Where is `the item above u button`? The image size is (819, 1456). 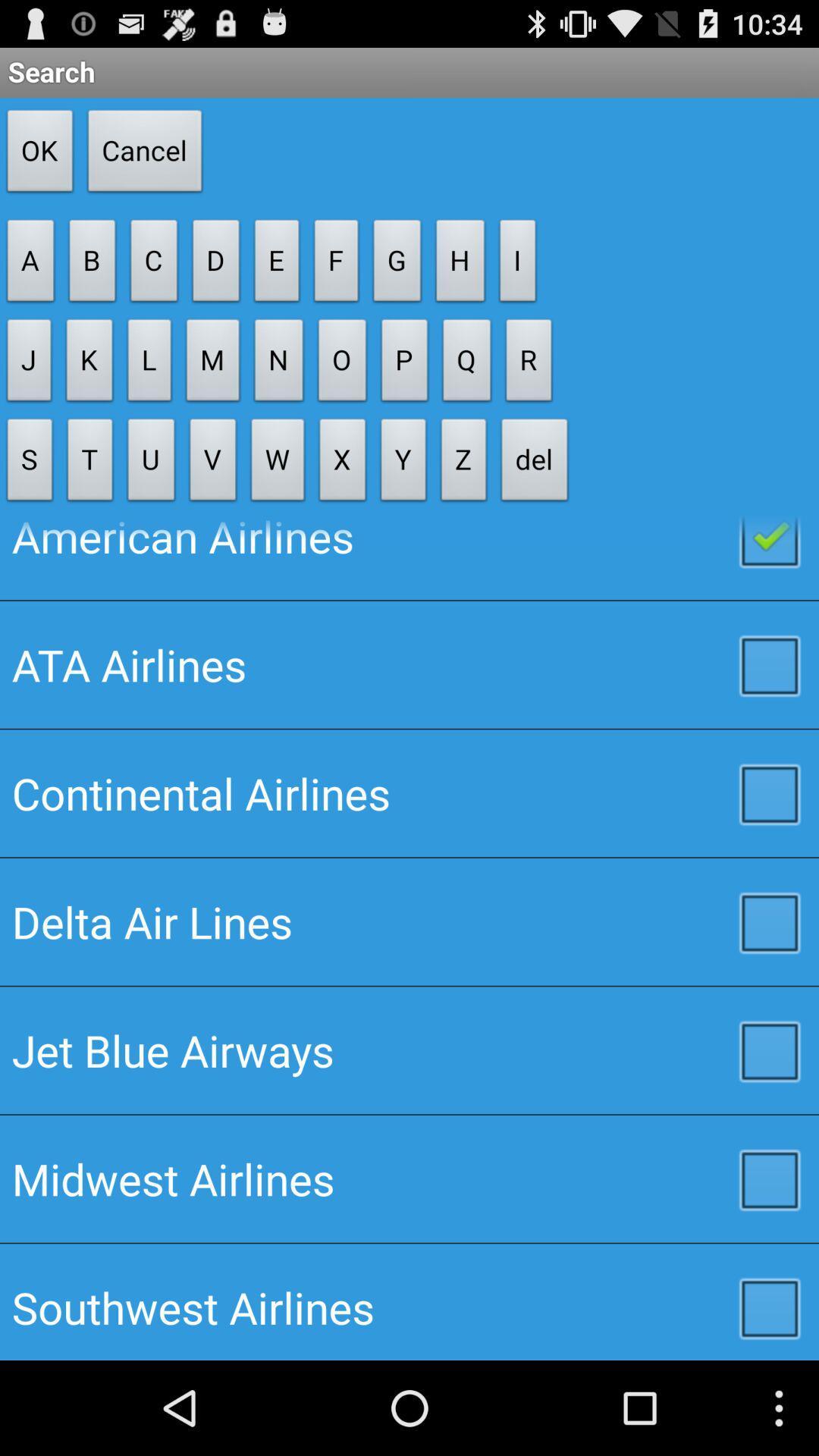 the item above u button is located at coordinates (213, 364).